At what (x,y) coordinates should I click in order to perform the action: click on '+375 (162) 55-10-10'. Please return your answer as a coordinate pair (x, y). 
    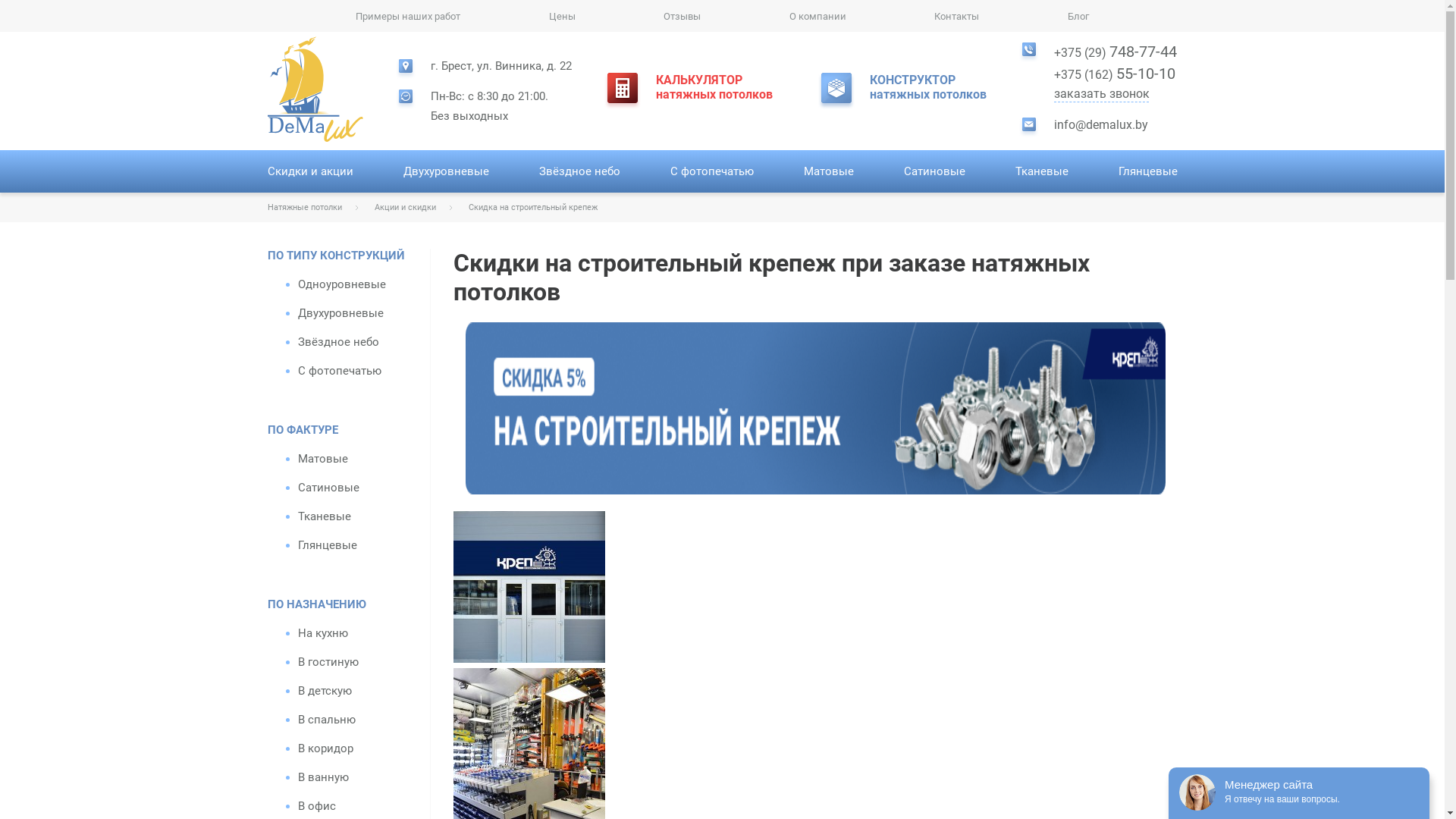
    Looking at the image, I should click on (1053, 73).